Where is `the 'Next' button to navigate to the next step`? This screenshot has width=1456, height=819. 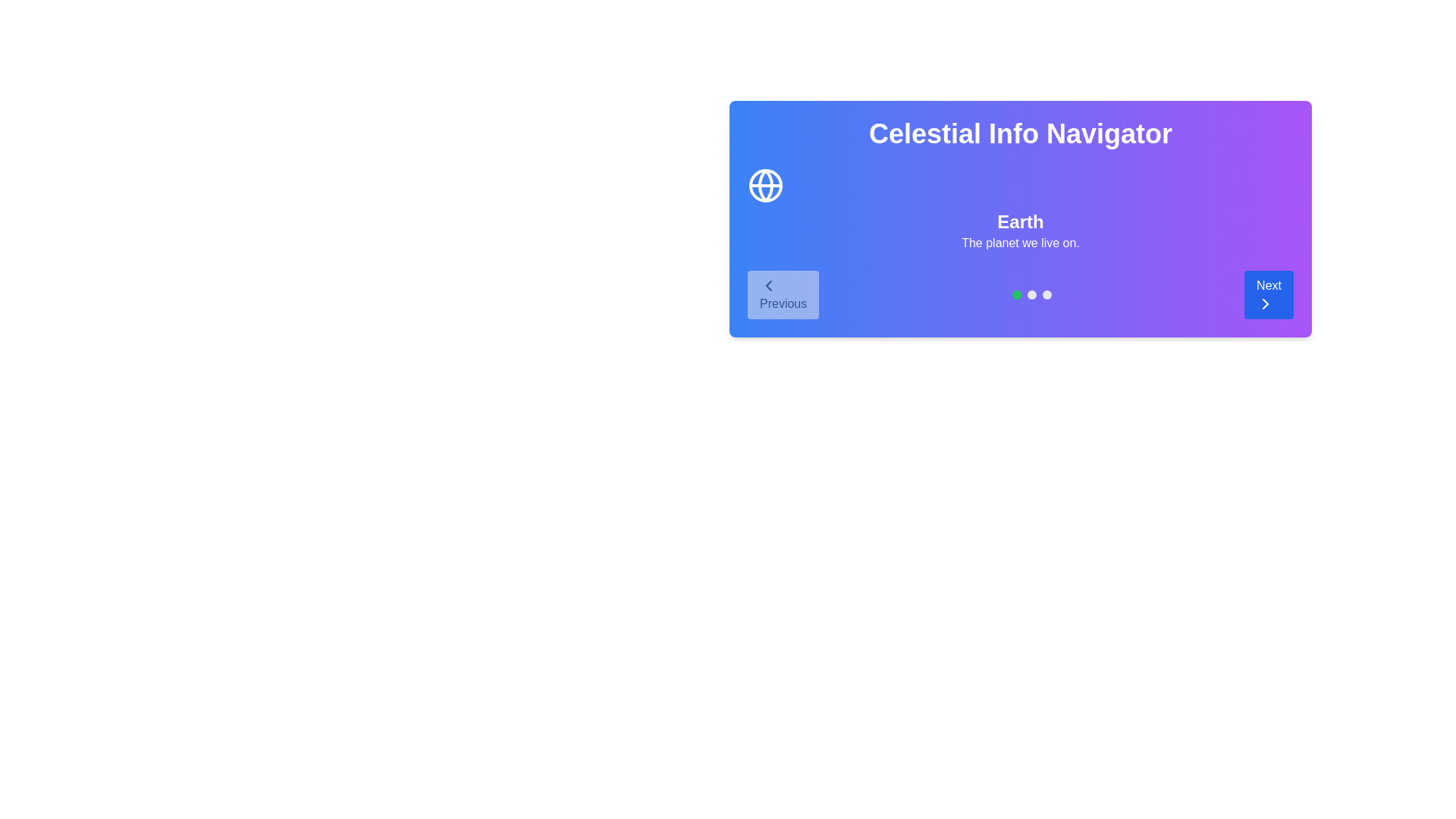
the 'Next' button to navigate to the next step is located at coordinates (1269, 295).